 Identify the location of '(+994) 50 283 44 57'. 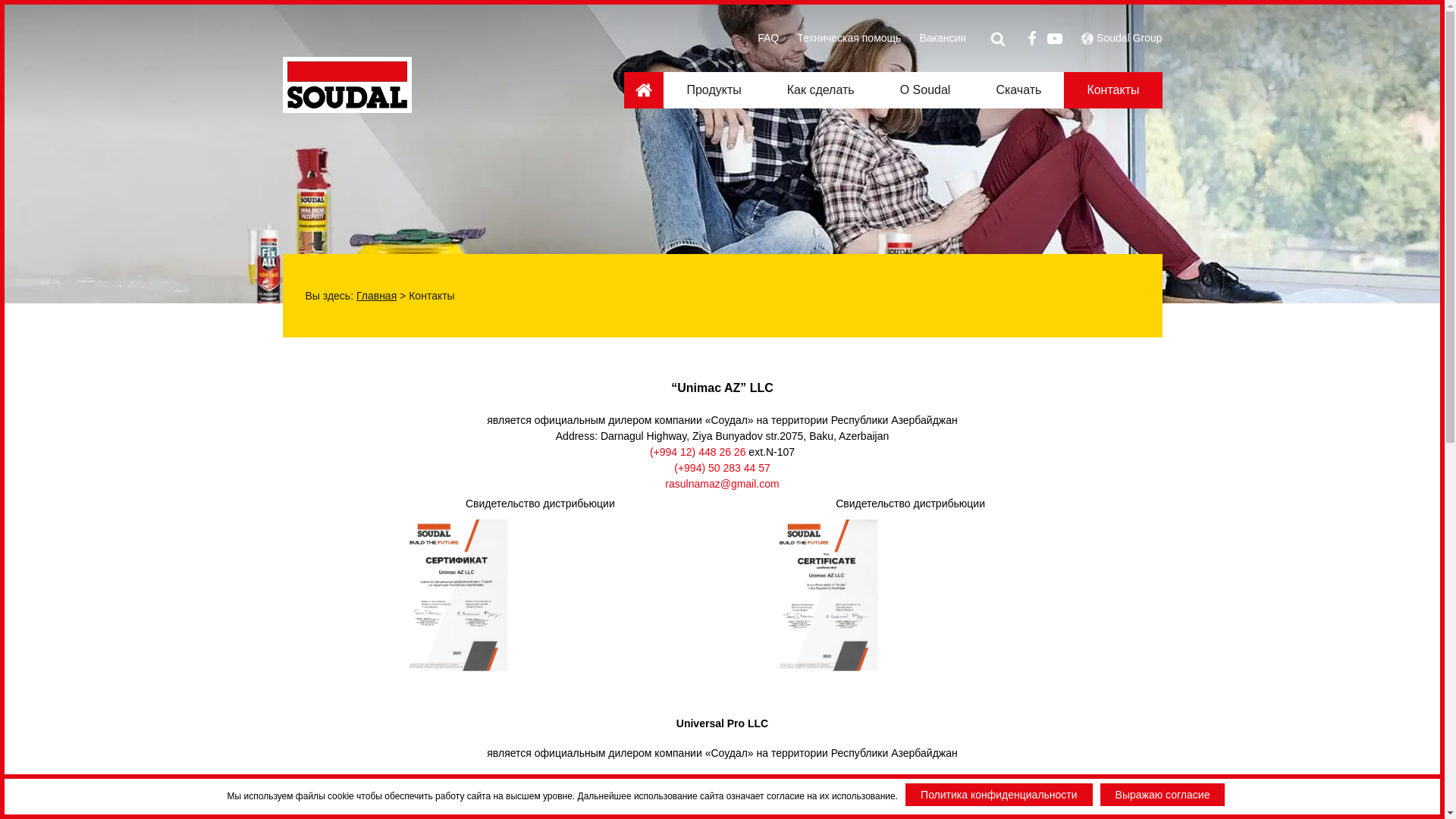
(721, 467).